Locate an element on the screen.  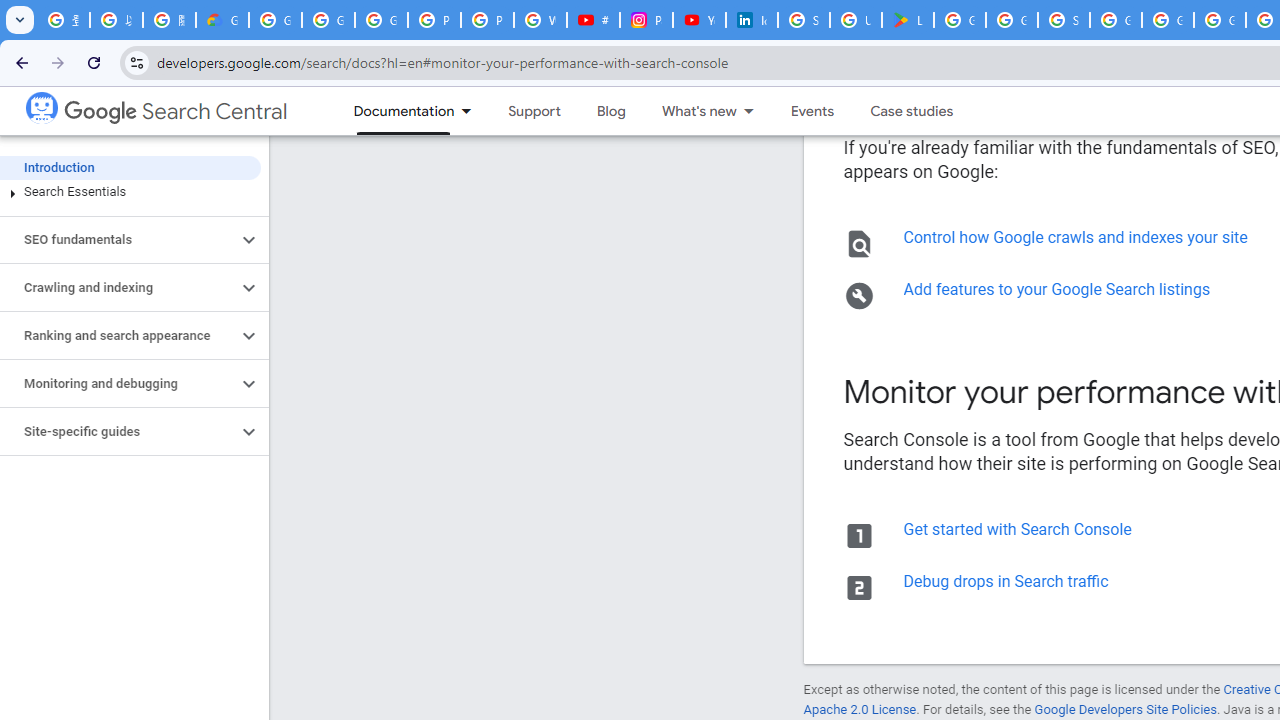
'What' is located at coordinates (689, 111).